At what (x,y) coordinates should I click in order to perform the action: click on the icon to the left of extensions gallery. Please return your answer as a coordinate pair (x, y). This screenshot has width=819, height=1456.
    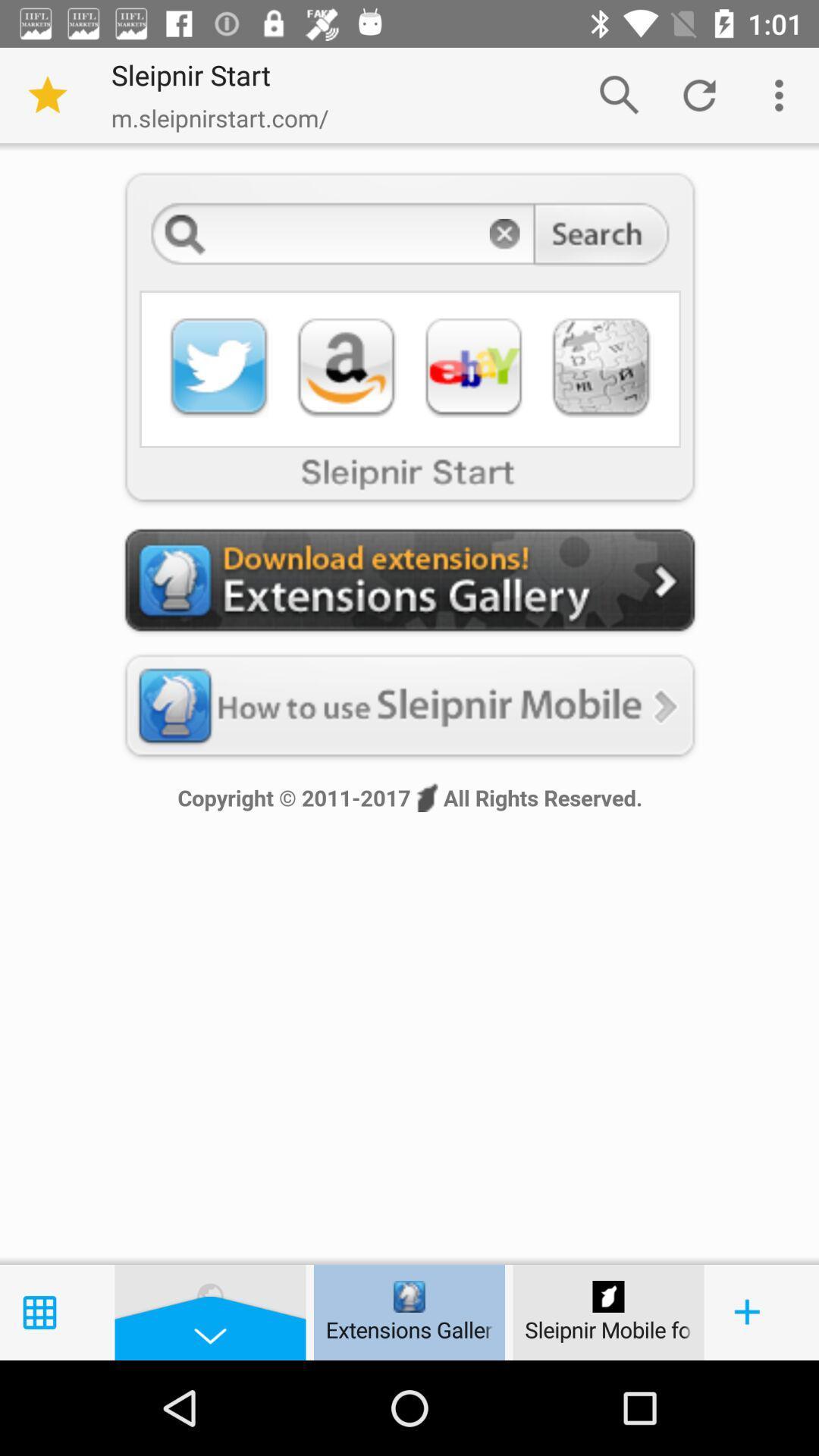
    Looking at the image, I should click on (210, 1295).